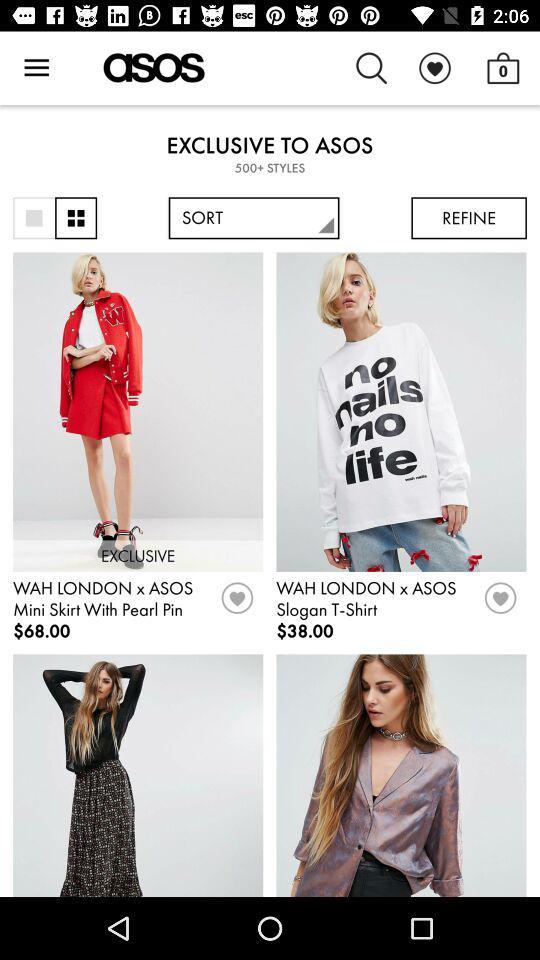 The width and height of the screenshot is (540, 960). I want to click on the image which is above the text slogan tshirt, so click(401, 411).